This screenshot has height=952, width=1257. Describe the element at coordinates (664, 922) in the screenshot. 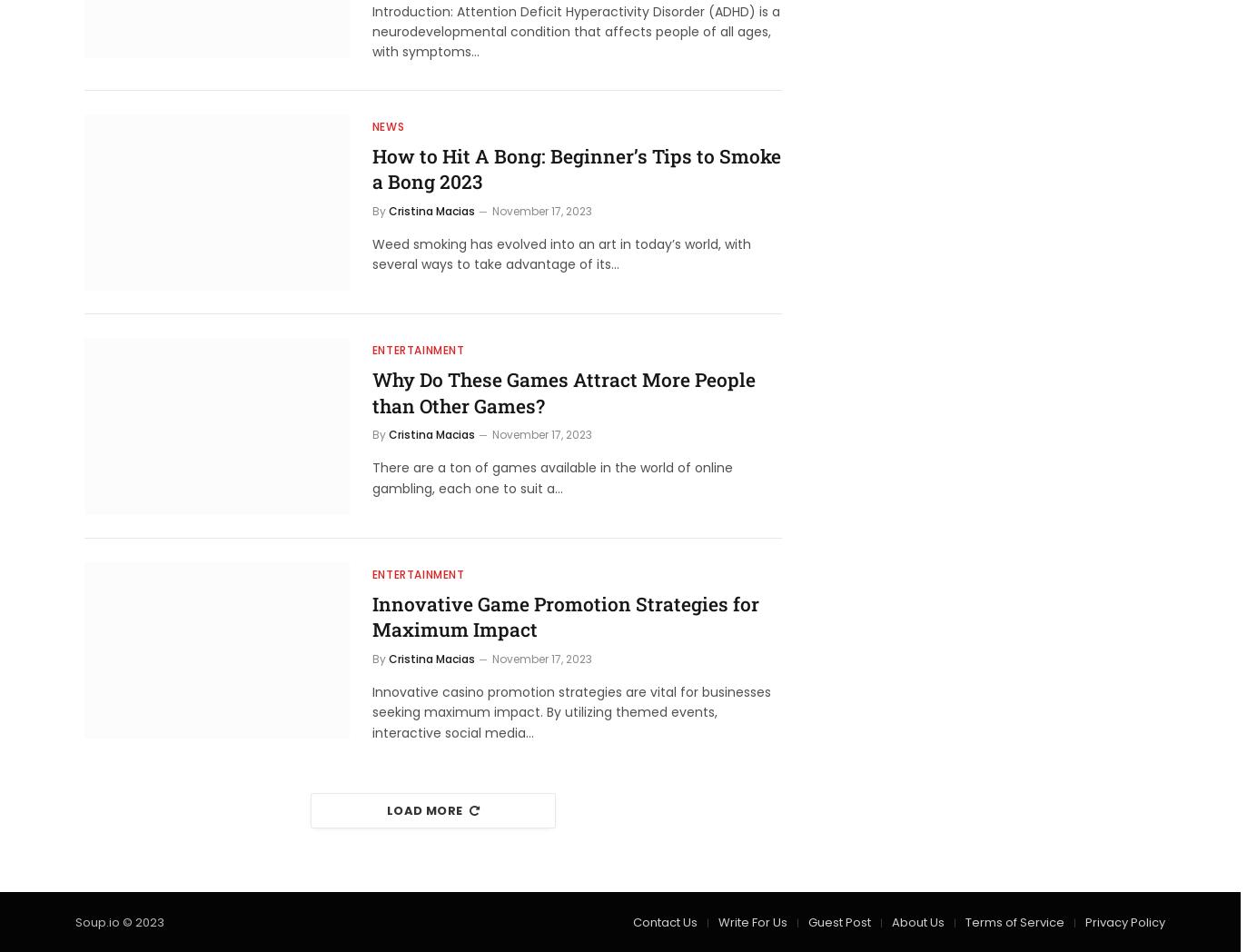

I see `'Contact Us'` at that location.